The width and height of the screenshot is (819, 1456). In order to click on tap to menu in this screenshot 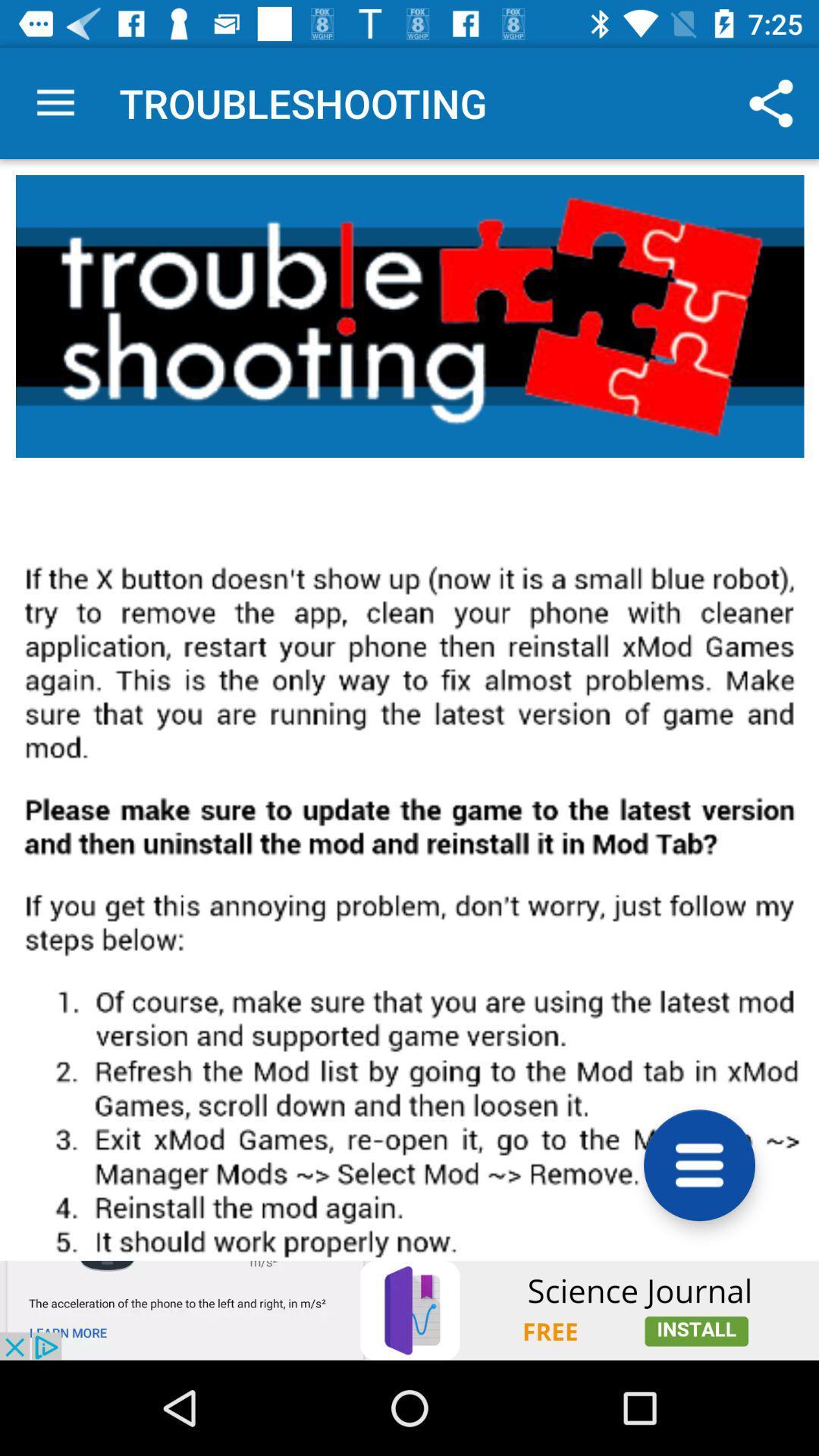, I will do `click(699, 1164)`.